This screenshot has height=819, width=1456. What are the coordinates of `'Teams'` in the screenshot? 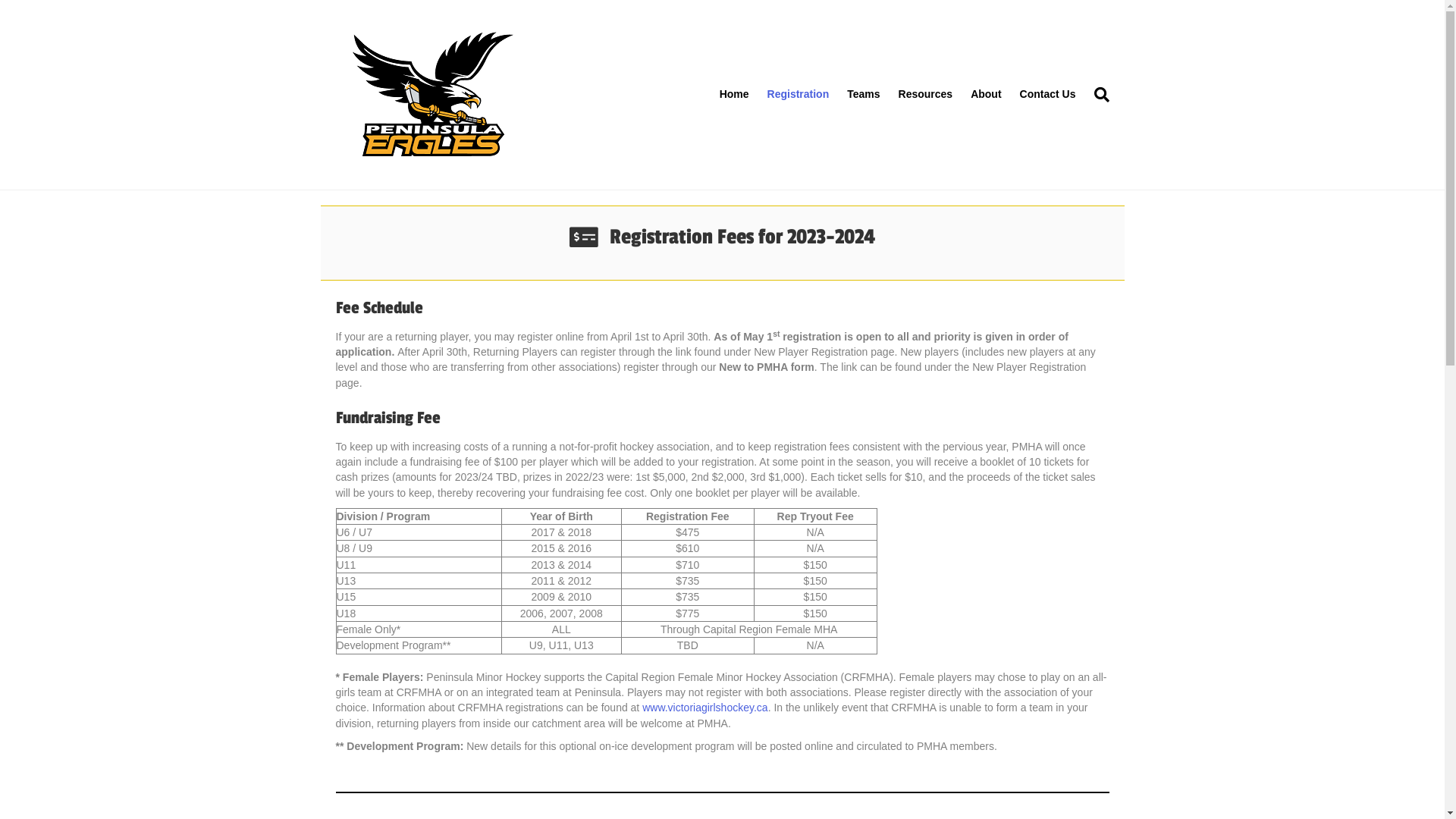 It's located at (836, 94).